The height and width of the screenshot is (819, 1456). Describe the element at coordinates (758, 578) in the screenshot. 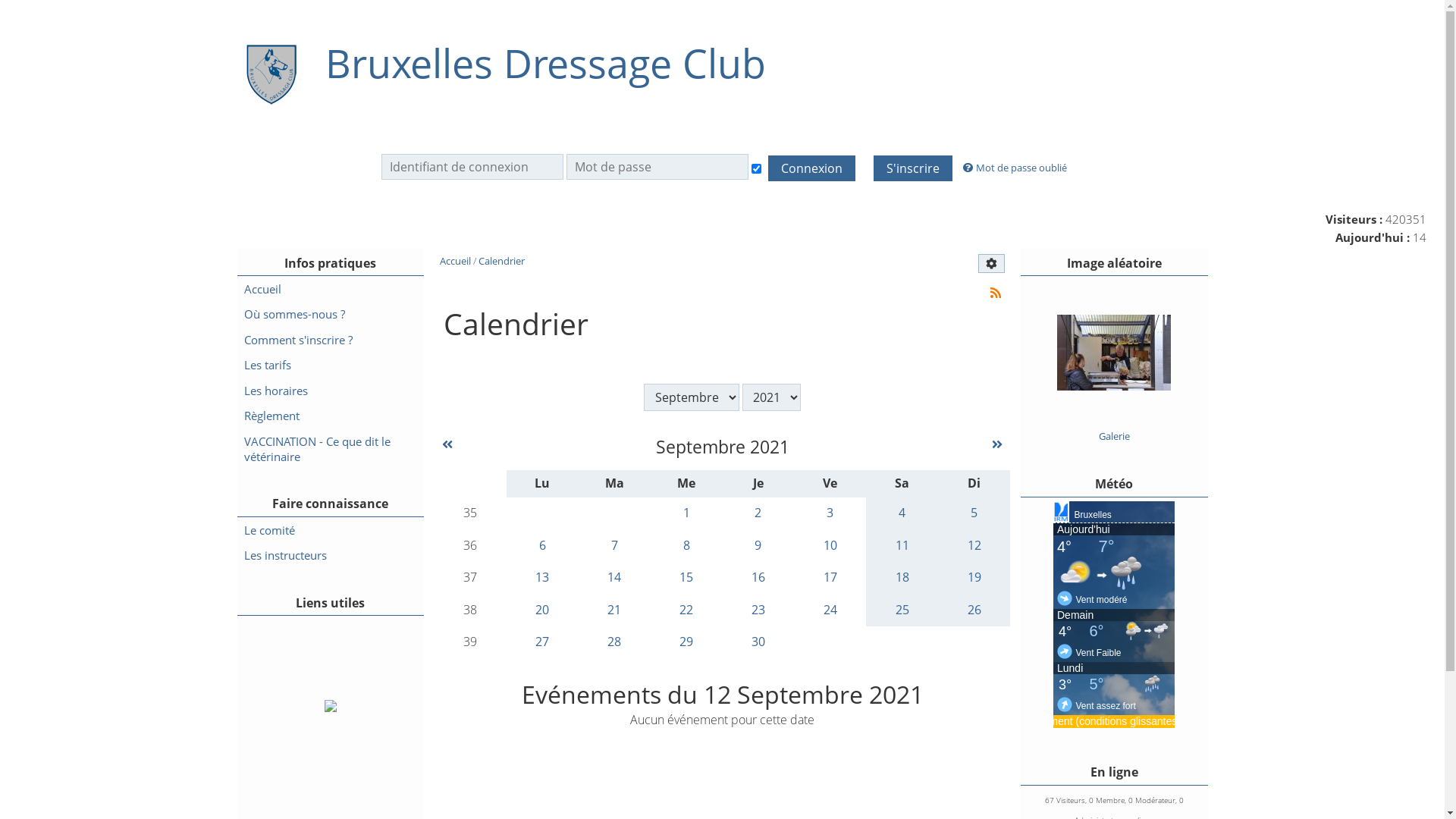

I see `'16'` at that location.